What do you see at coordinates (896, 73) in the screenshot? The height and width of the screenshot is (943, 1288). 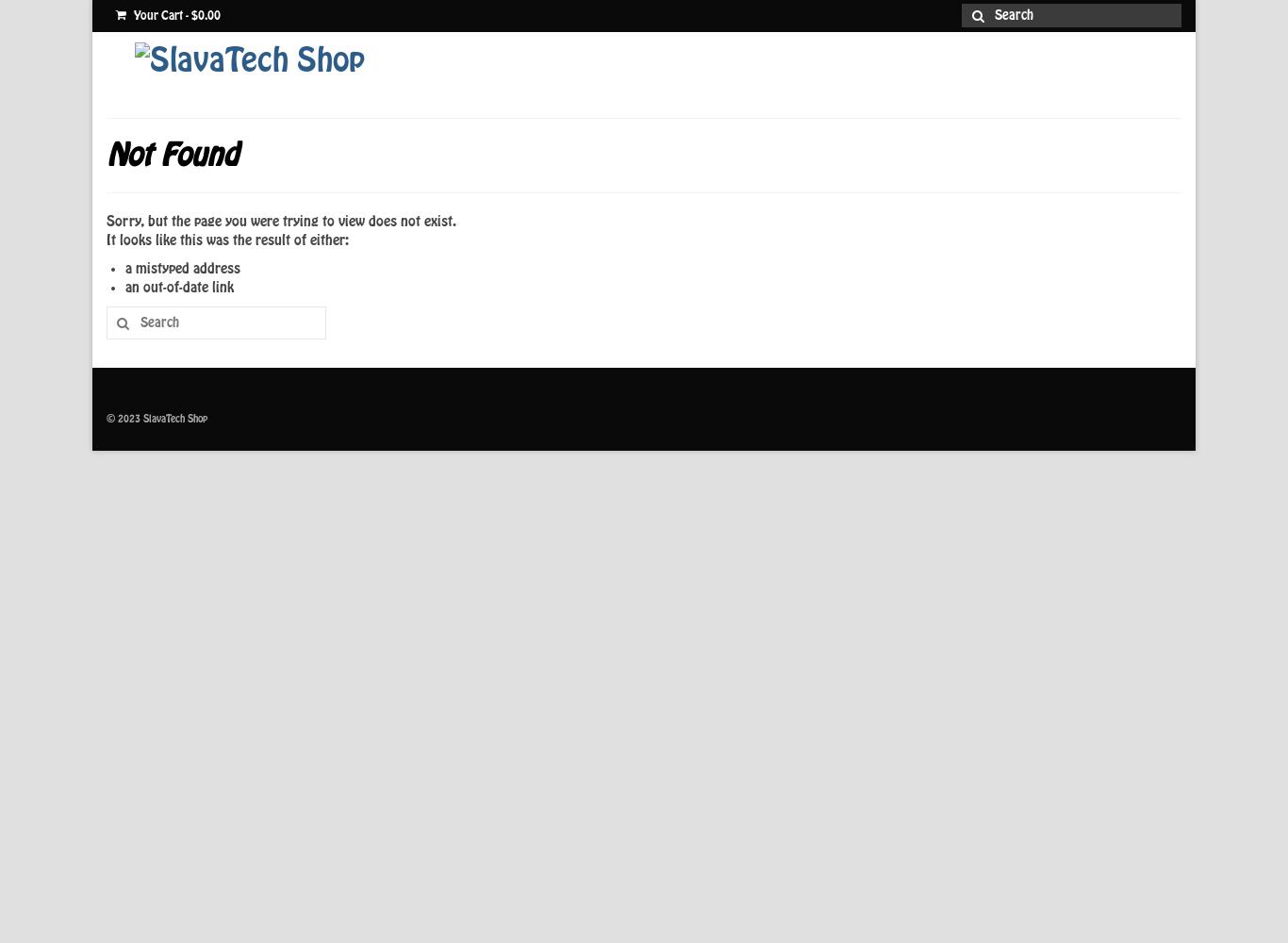 I see `'About Us'` at bounding box center [896, 73].